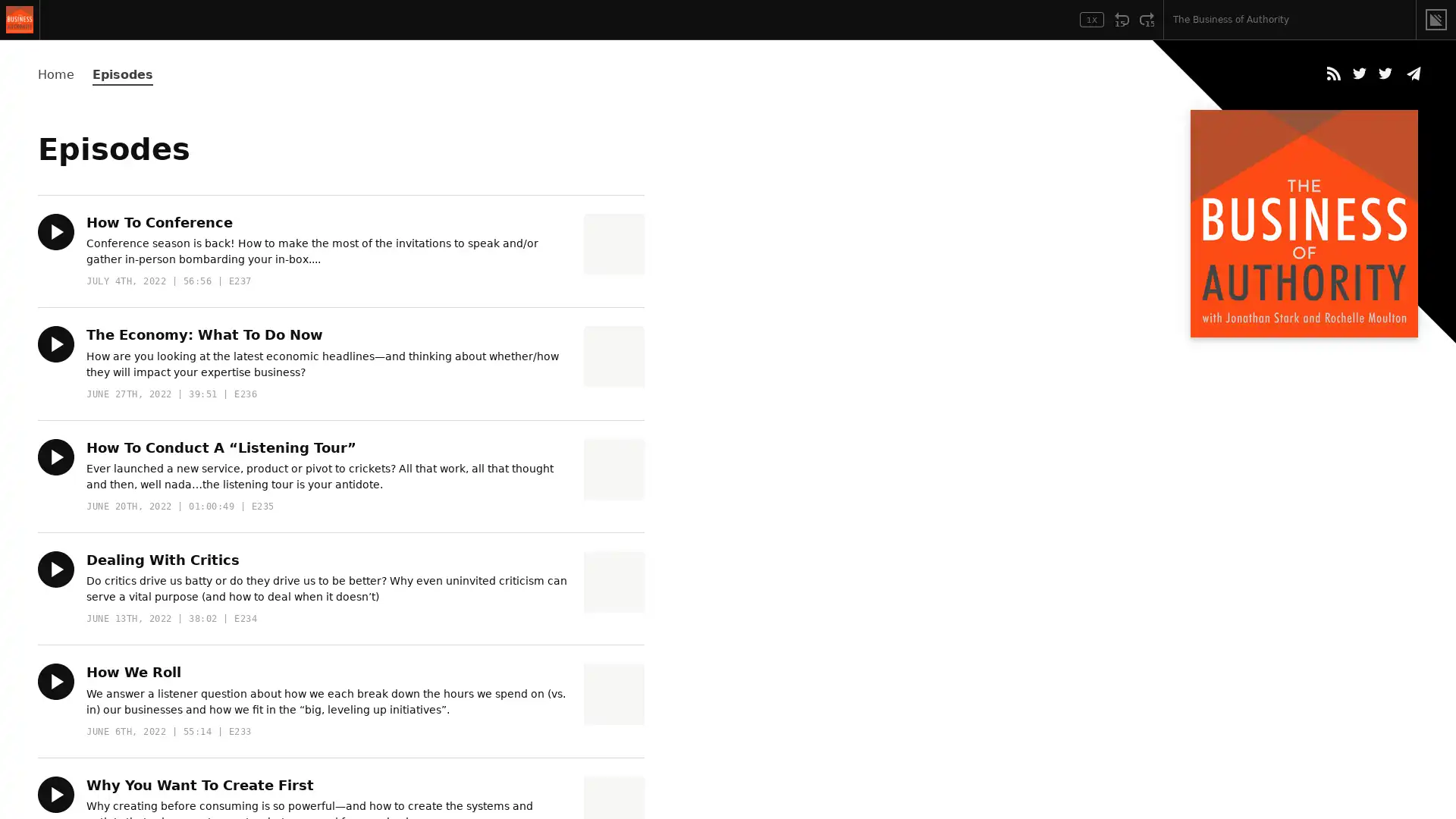  Describe the element at coordinates (1147, 20) in the screenshot. I see `Fast Forward 15 Seconds` at that location.